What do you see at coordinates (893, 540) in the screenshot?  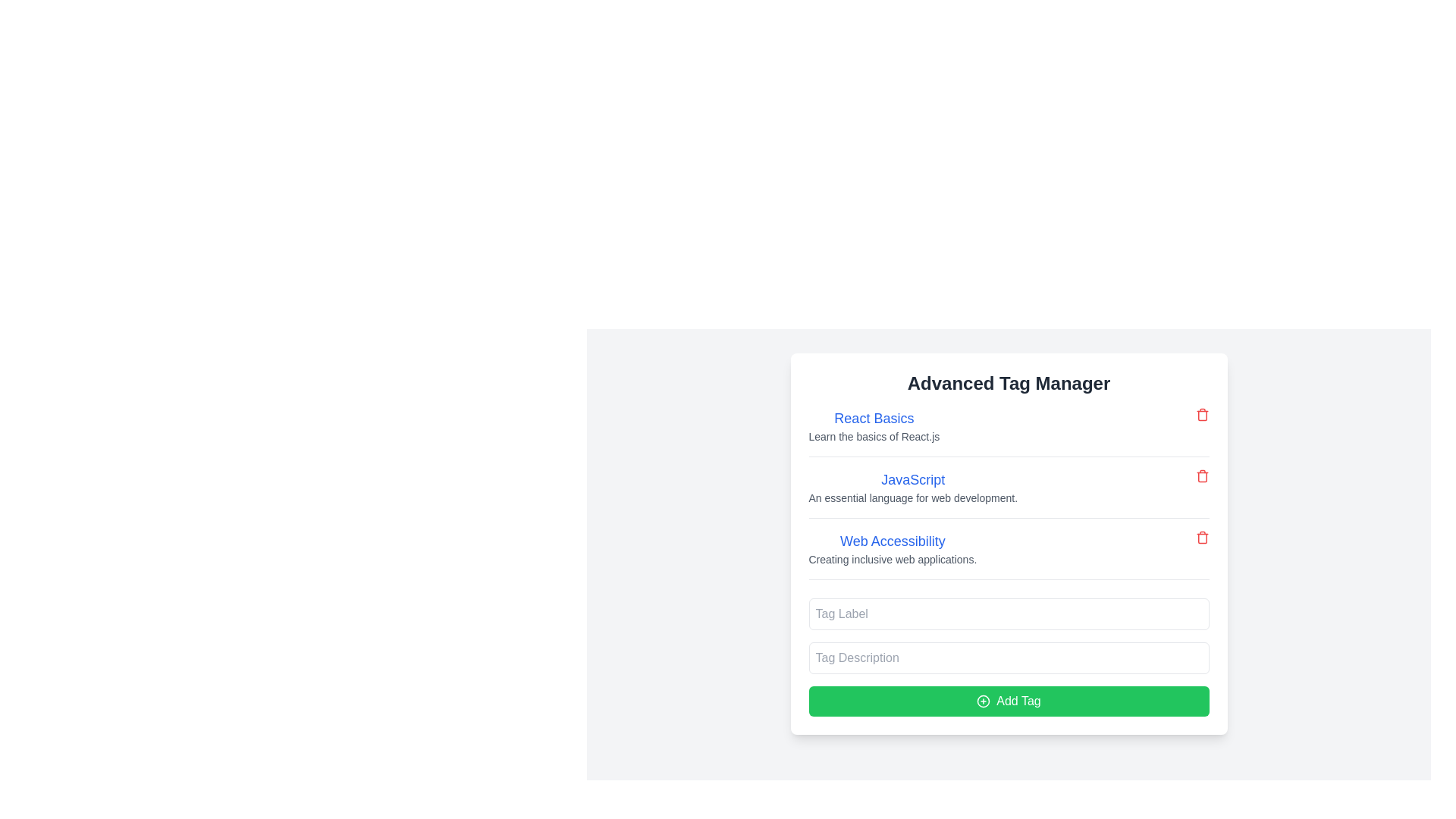 I see `text headline 'Web Accessibility' styled in large, blue, and bold font, prominently displayed on a white panel beneath the 'JavaScript' section` at bounding box center [893, 540].